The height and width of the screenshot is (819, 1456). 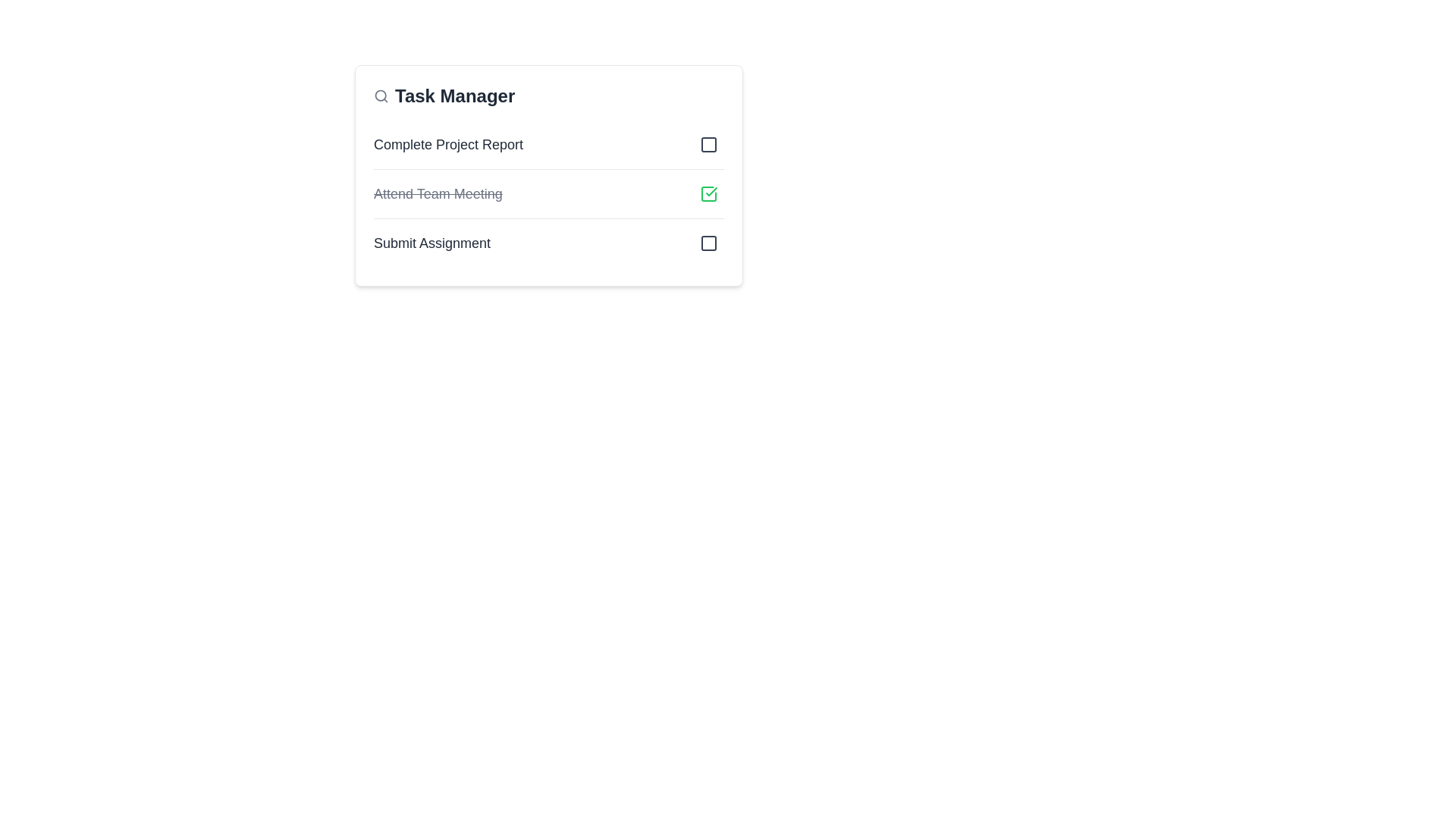 What do you see at coordinates (708, 193) in the screenshot?
I see `the completion icon for the task 'Attend Team Meeting', which indicates that the task has been marked as done or acknowledged` at bounding box center [708, 193].